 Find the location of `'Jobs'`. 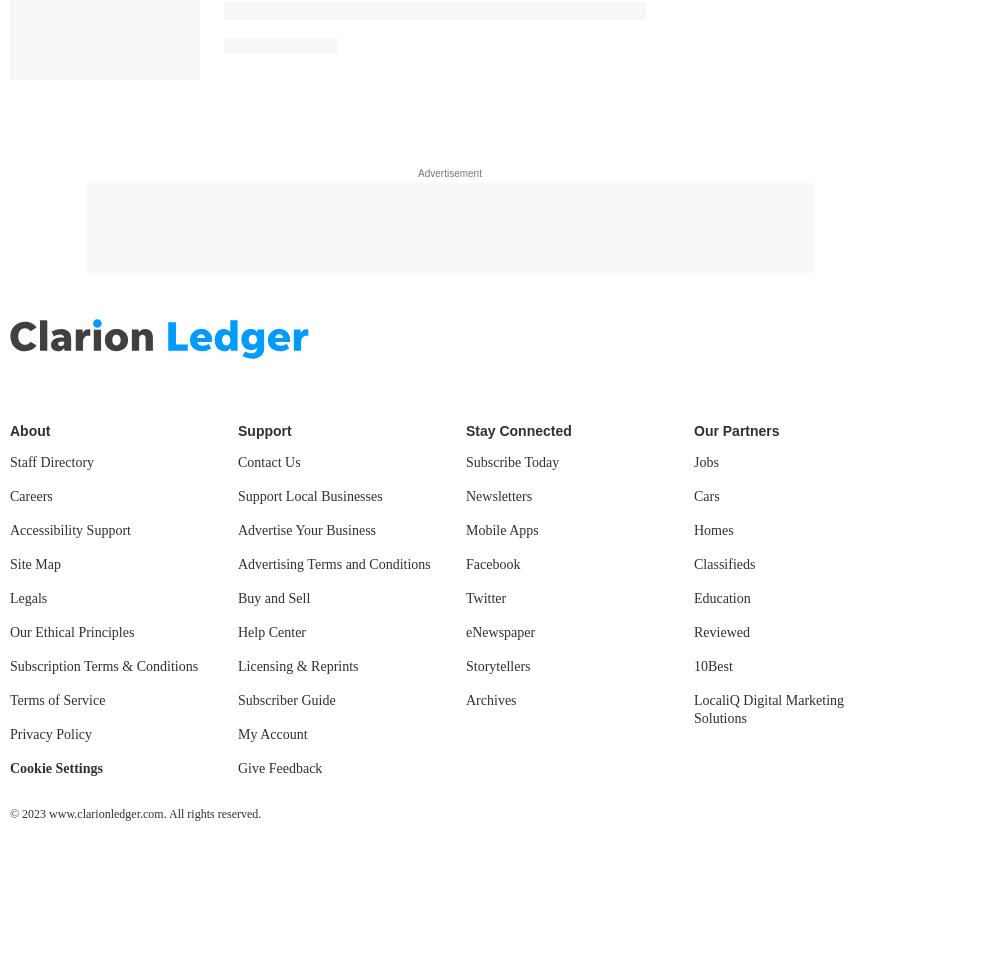

'Jobs' is located at coordinates (705, 461).